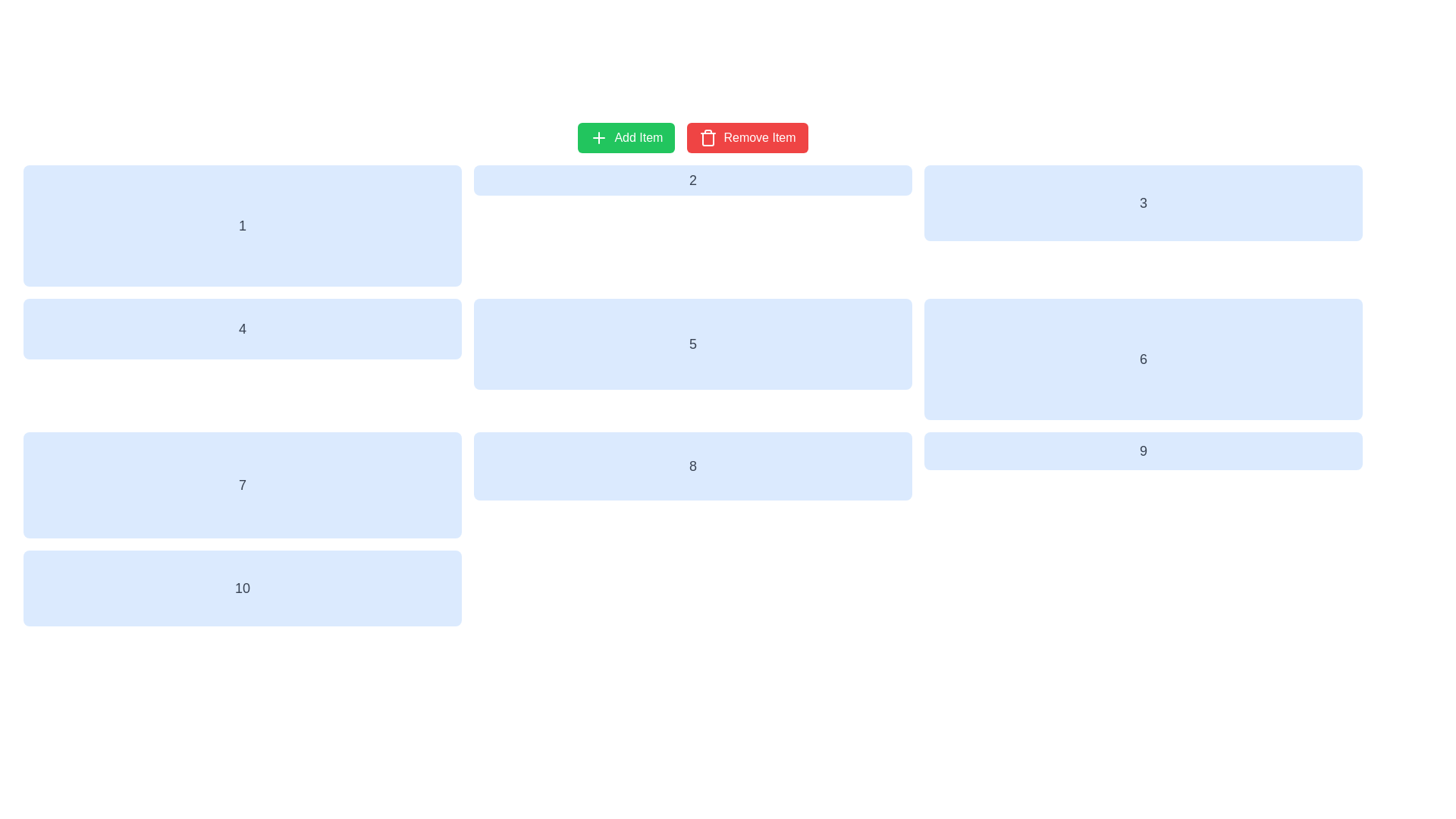 The width and height of the screenshot is (1456, 819). What do you see at coordinates (1143, 450) in the screenshot?
I see `the Static Text Label displaying the number '9', which is a blue rectangular block with dark gray text, located in the third column of the fourth row in a 3-column grid layout` at bounding box center [1143, 450].